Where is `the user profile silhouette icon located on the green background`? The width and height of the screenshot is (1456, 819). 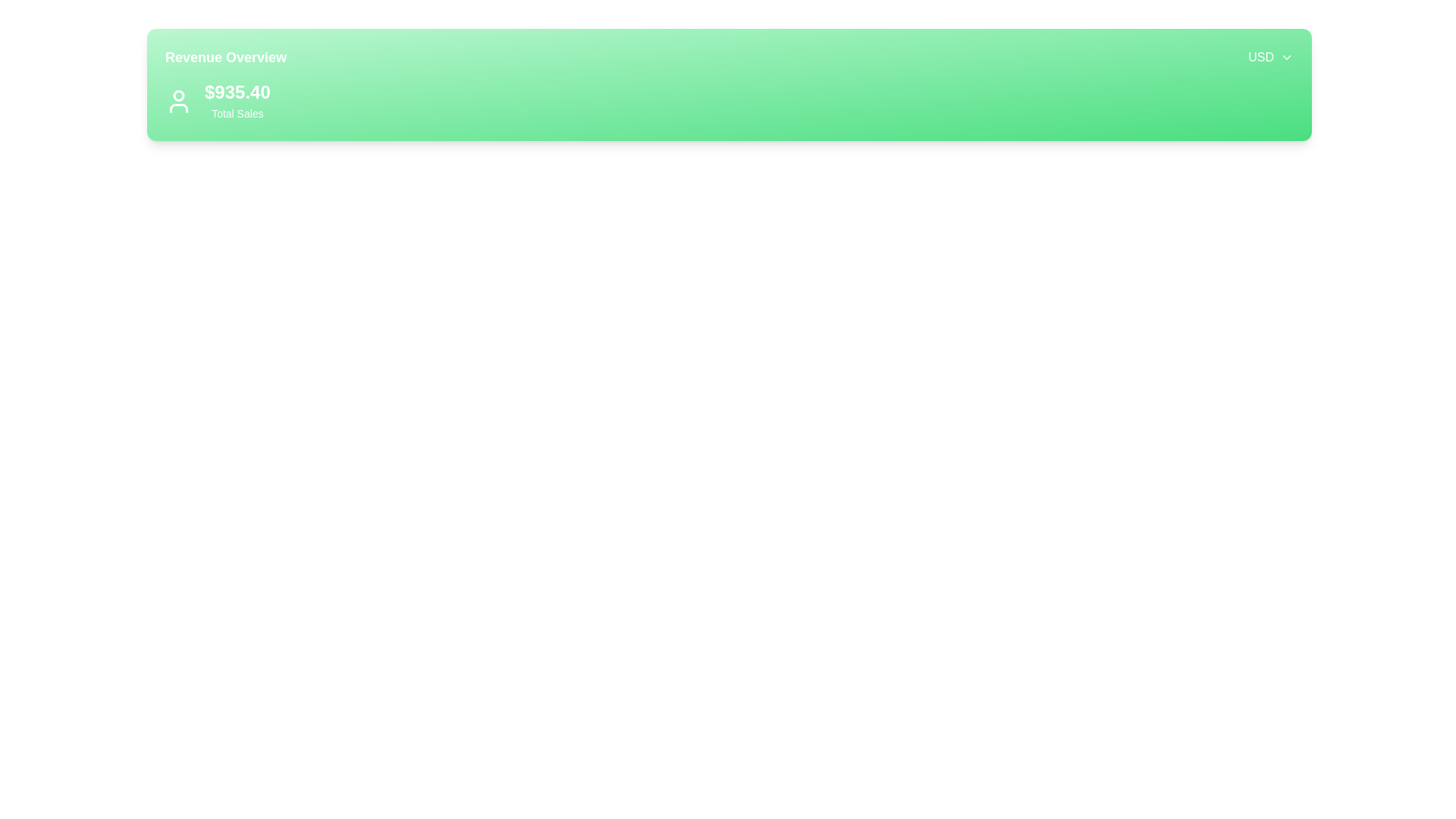
the user profile silhouette icon located on the green background is located at coordinates (178, 102).